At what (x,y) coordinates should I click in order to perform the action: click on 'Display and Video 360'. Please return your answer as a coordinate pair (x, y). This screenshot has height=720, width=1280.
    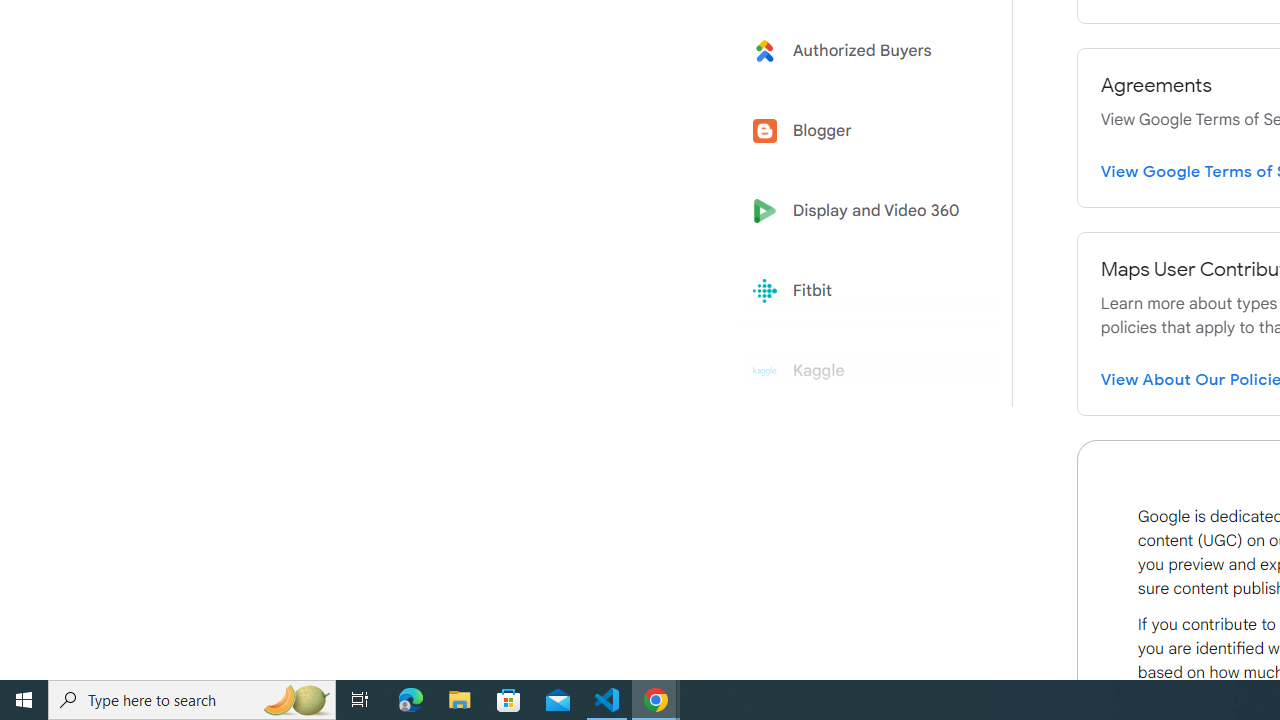
    Looking at the image, I should click on (862, 211).